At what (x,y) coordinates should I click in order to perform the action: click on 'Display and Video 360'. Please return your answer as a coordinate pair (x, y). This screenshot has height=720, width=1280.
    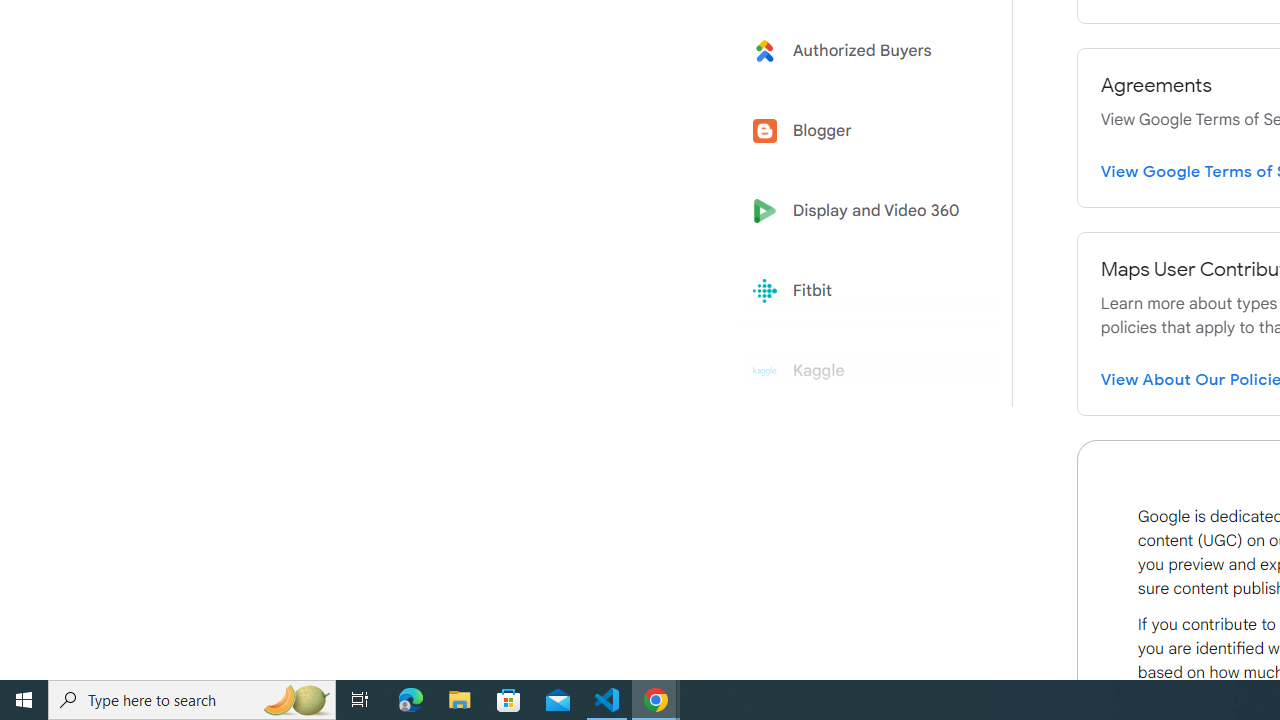
    Looking at the image, I should click on (862, 211).